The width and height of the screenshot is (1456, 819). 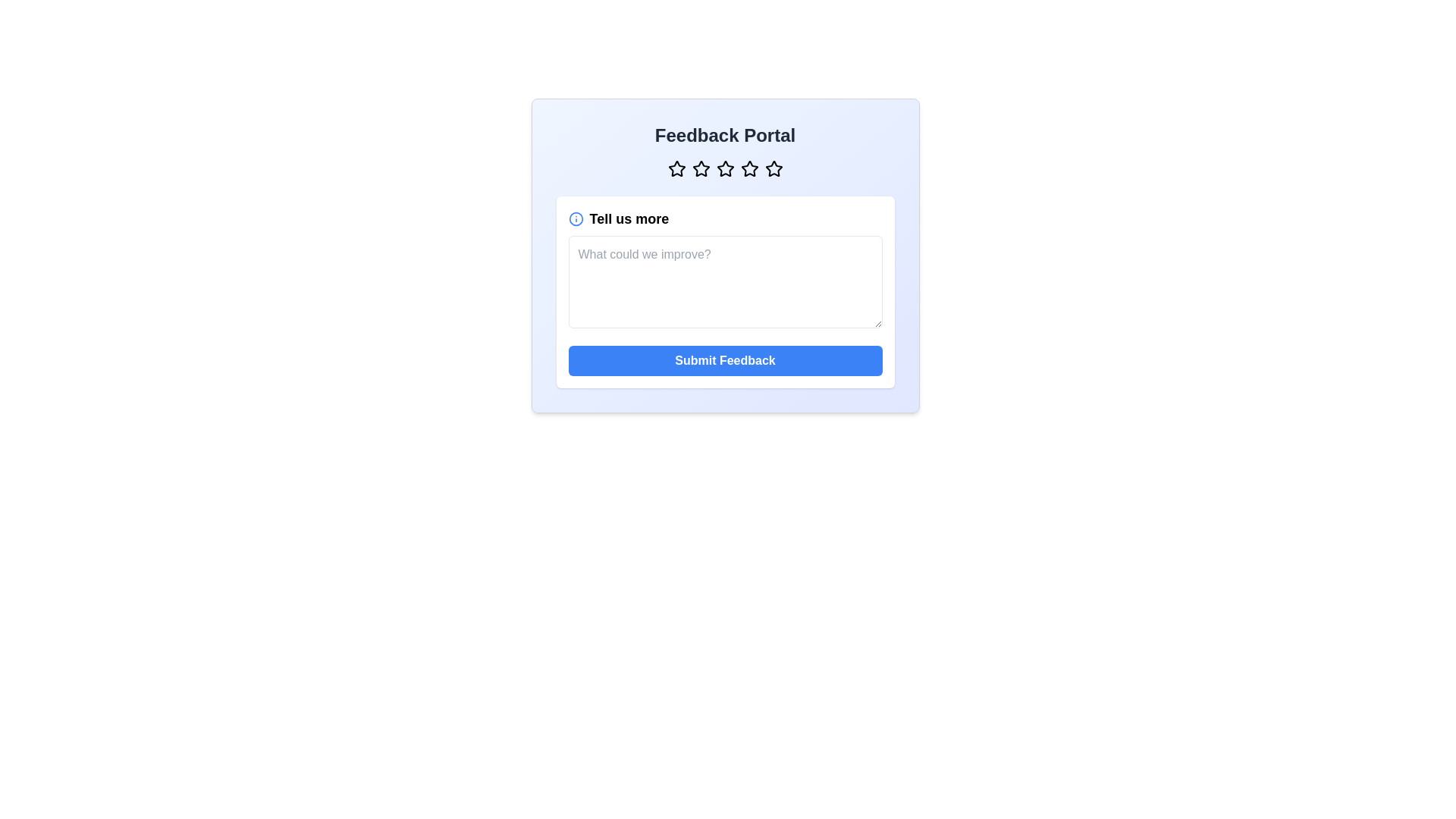 I want to click on the third interactive rating star icon in the feedback form, so click(x=724, y=169).